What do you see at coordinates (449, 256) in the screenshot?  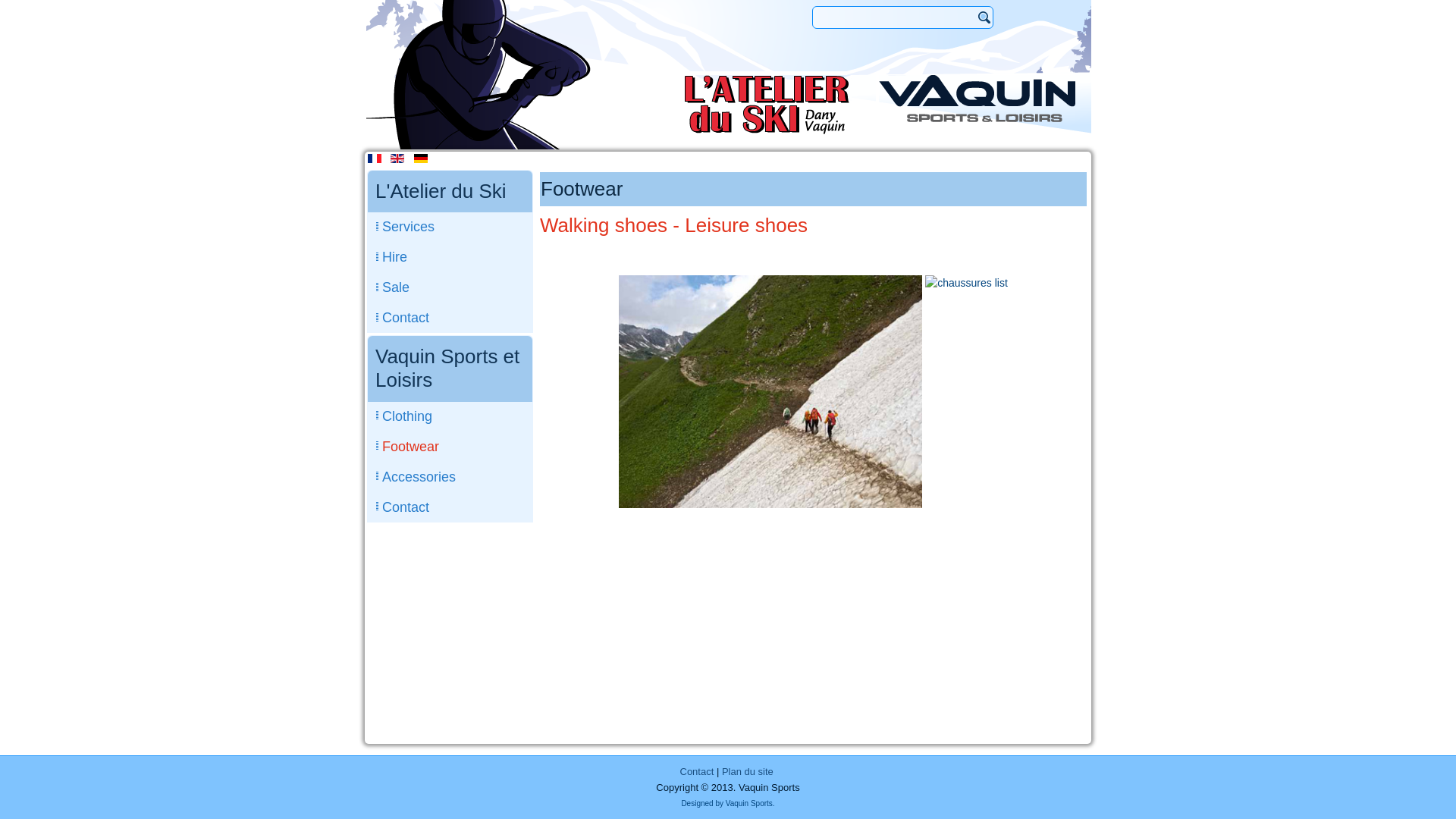 I see `'Hire'` at bounding box center [449, 256].